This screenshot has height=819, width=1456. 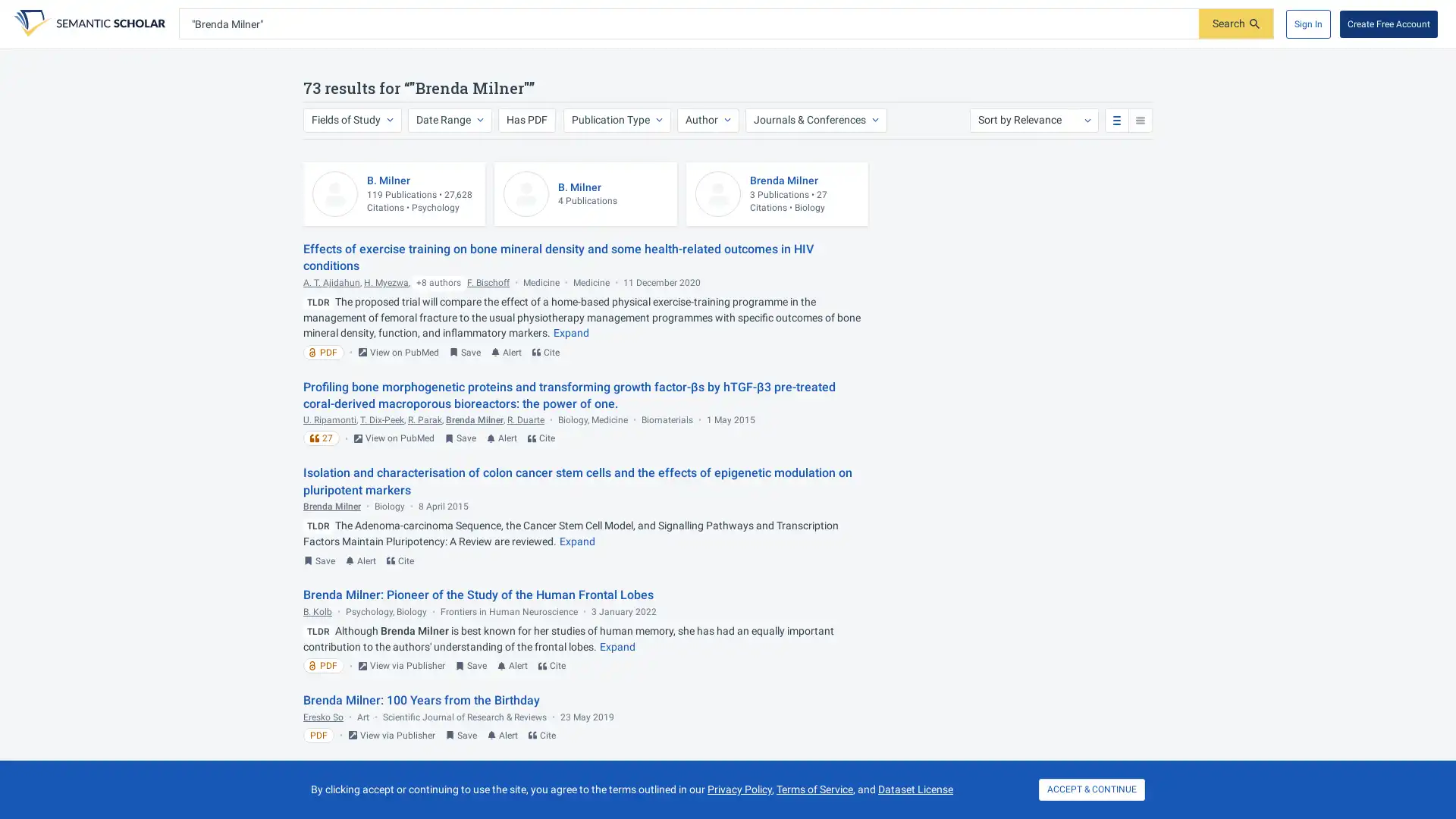 What do you see at coordinates (460, 734) in the screenshot?
I see `Save to Library` at bounding box center [460, 734].